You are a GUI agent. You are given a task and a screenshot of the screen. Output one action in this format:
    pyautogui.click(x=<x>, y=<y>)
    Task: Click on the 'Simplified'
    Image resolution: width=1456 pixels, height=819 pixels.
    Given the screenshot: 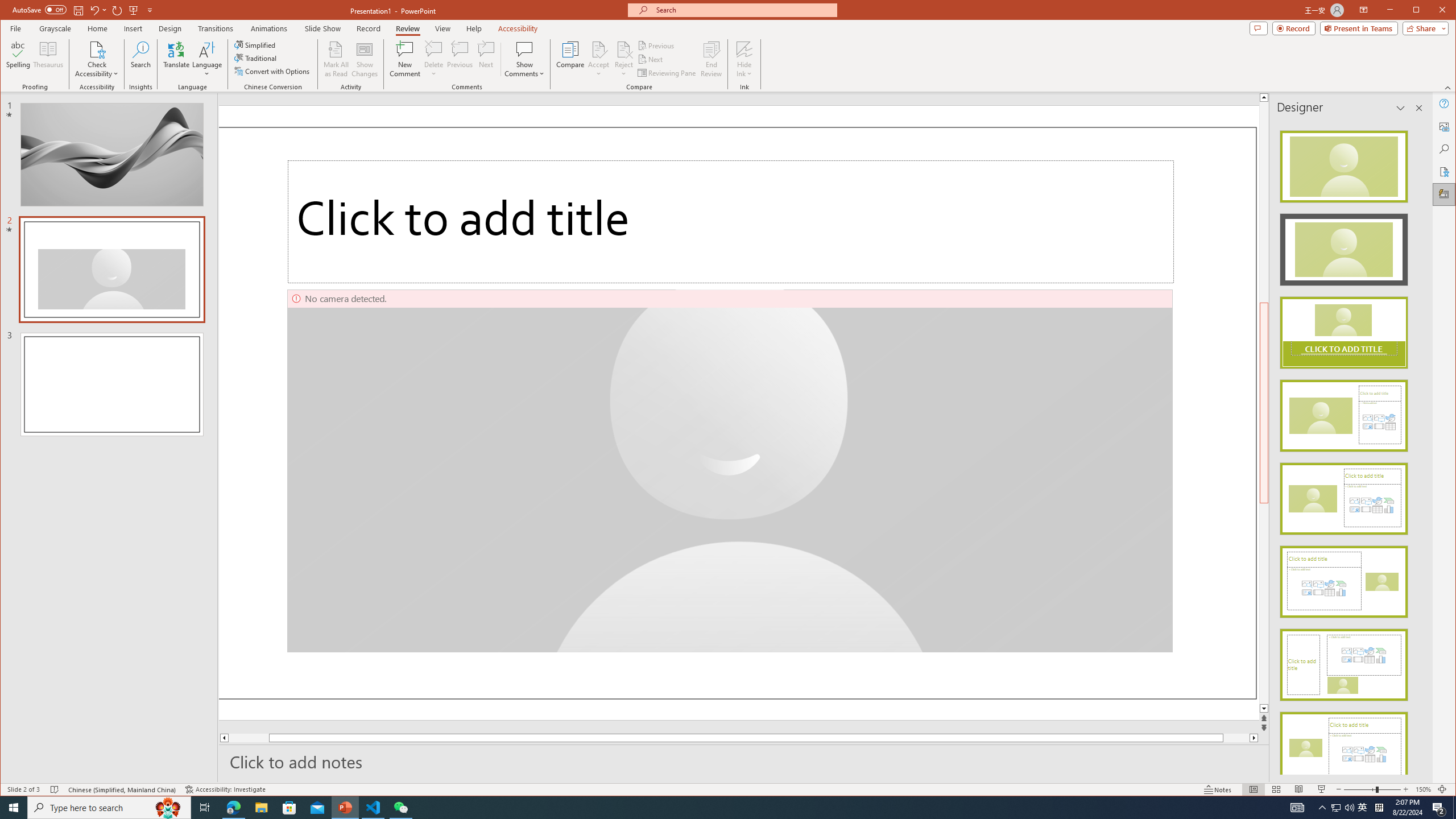 What is the action you would take?
    pyautogui.click(x=255, y=44)
    